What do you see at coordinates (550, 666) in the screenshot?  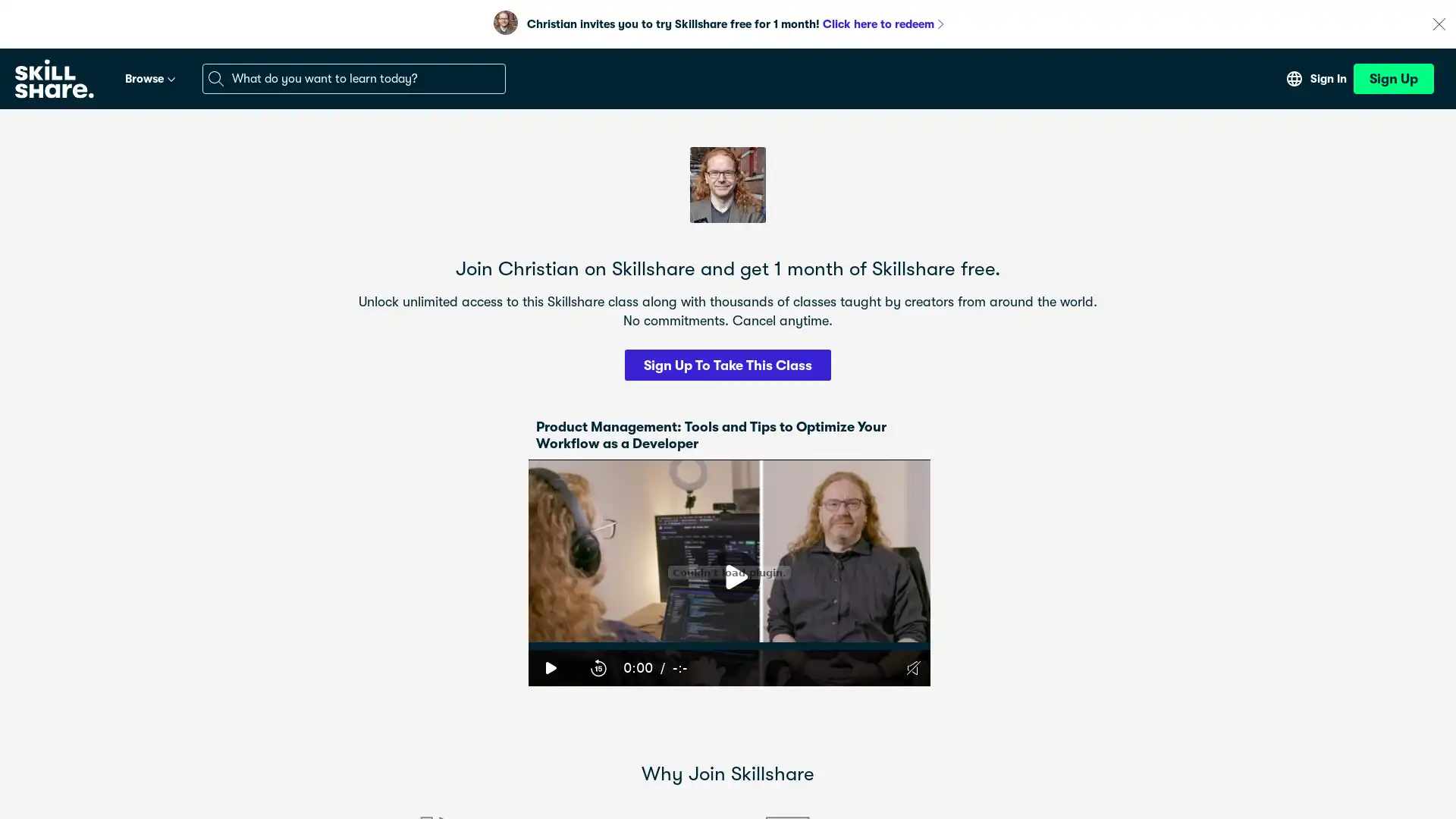 I see `Play` at bounding box center [550, 666].